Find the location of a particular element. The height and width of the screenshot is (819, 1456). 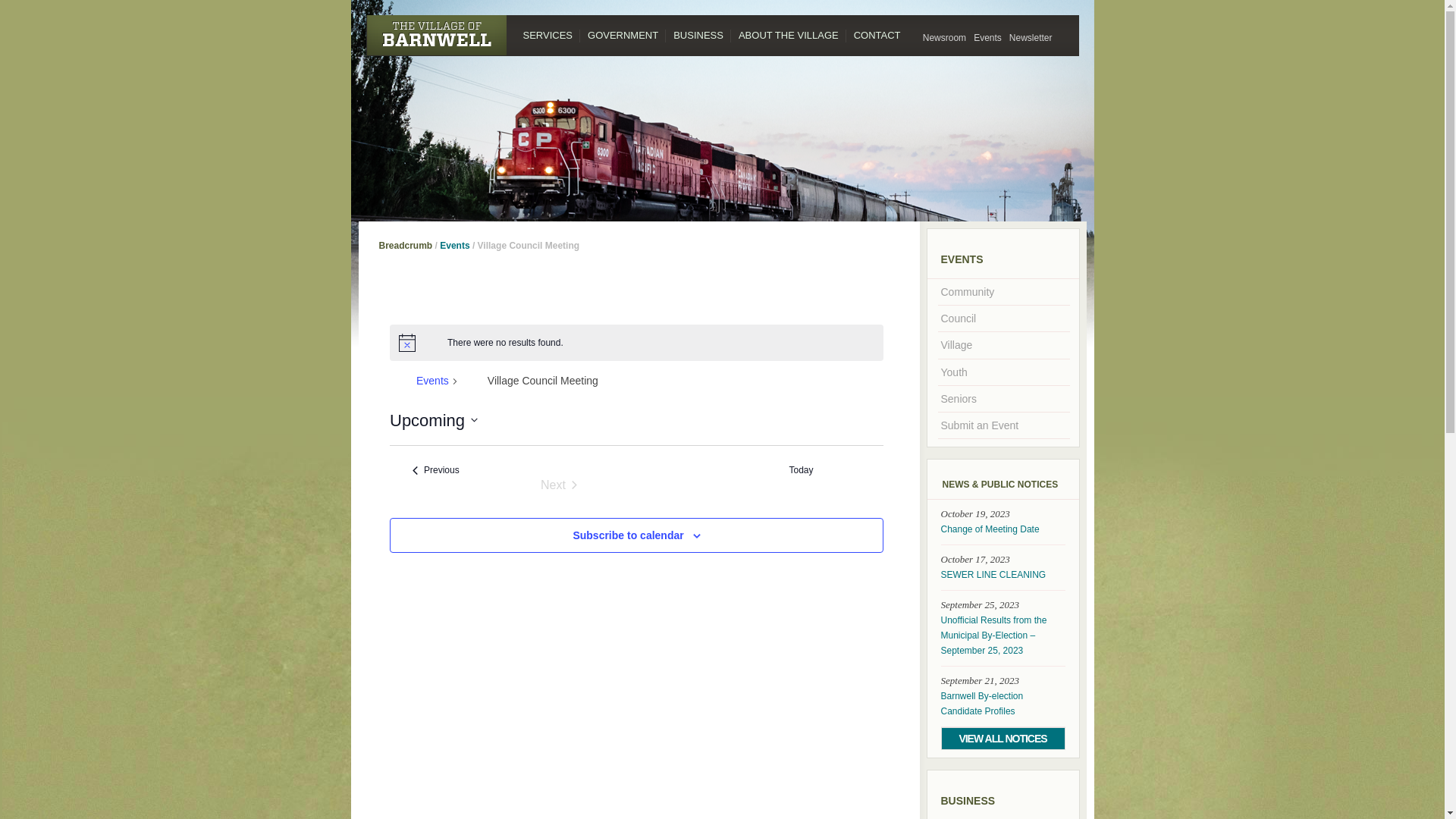

'Today' is located at coordinates (800, 469).